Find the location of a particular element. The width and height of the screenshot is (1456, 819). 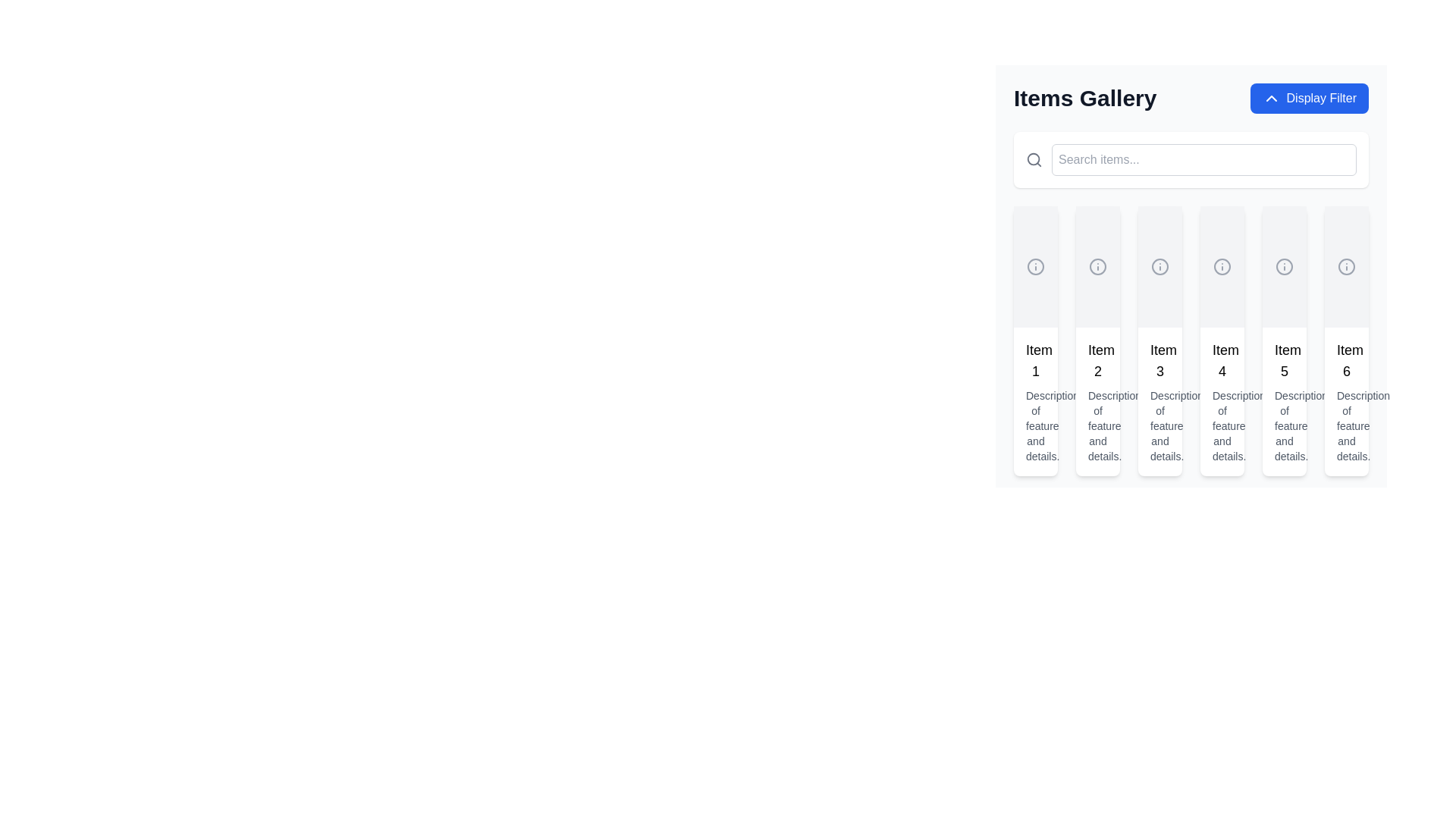

the circular icon with an exclamation mark, which is located in the top-center region of the third card in a row of six cards is located at coordinates (1159, 265).